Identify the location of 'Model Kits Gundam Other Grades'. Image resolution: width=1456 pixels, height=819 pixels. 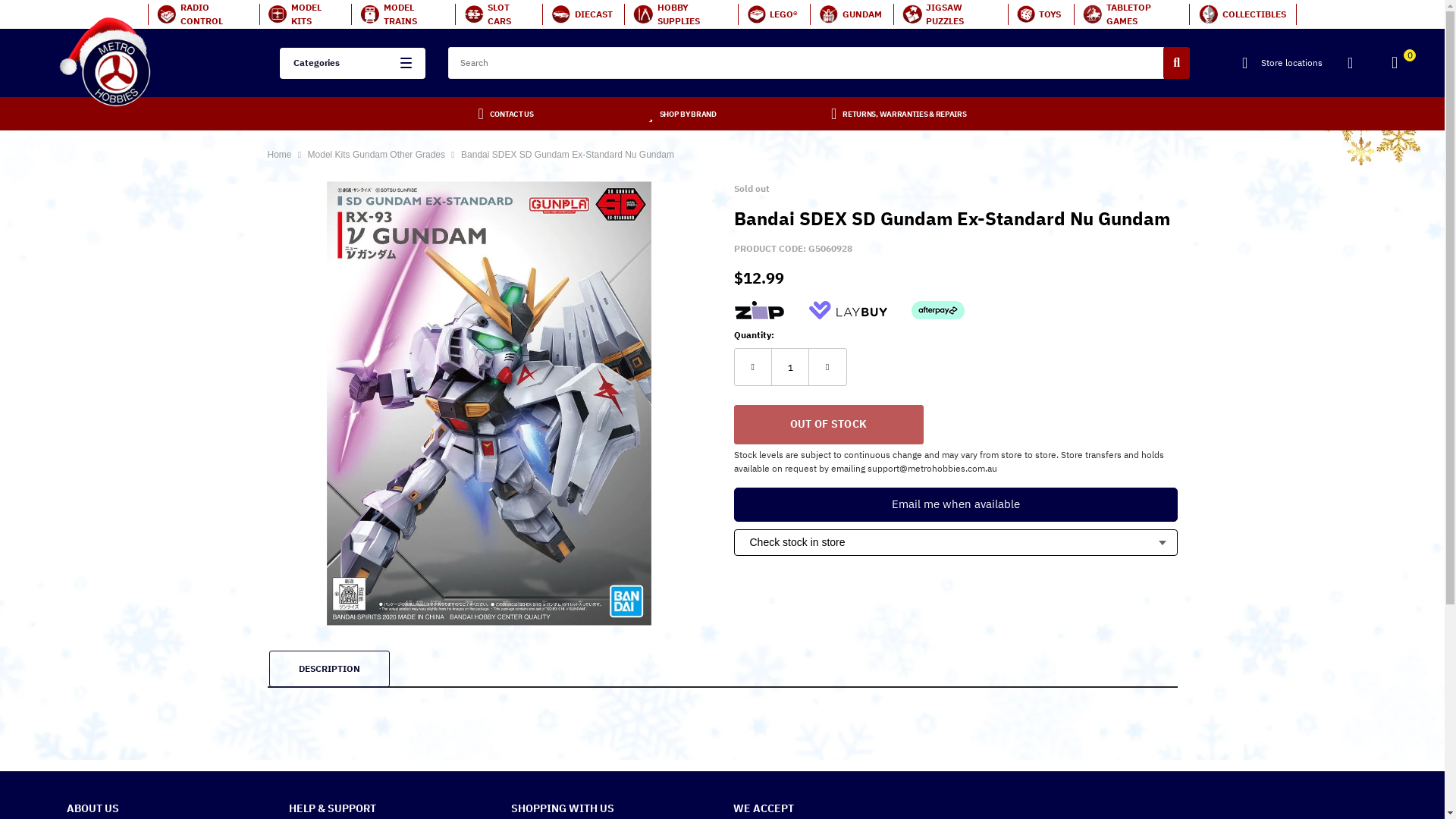
(378, 155).